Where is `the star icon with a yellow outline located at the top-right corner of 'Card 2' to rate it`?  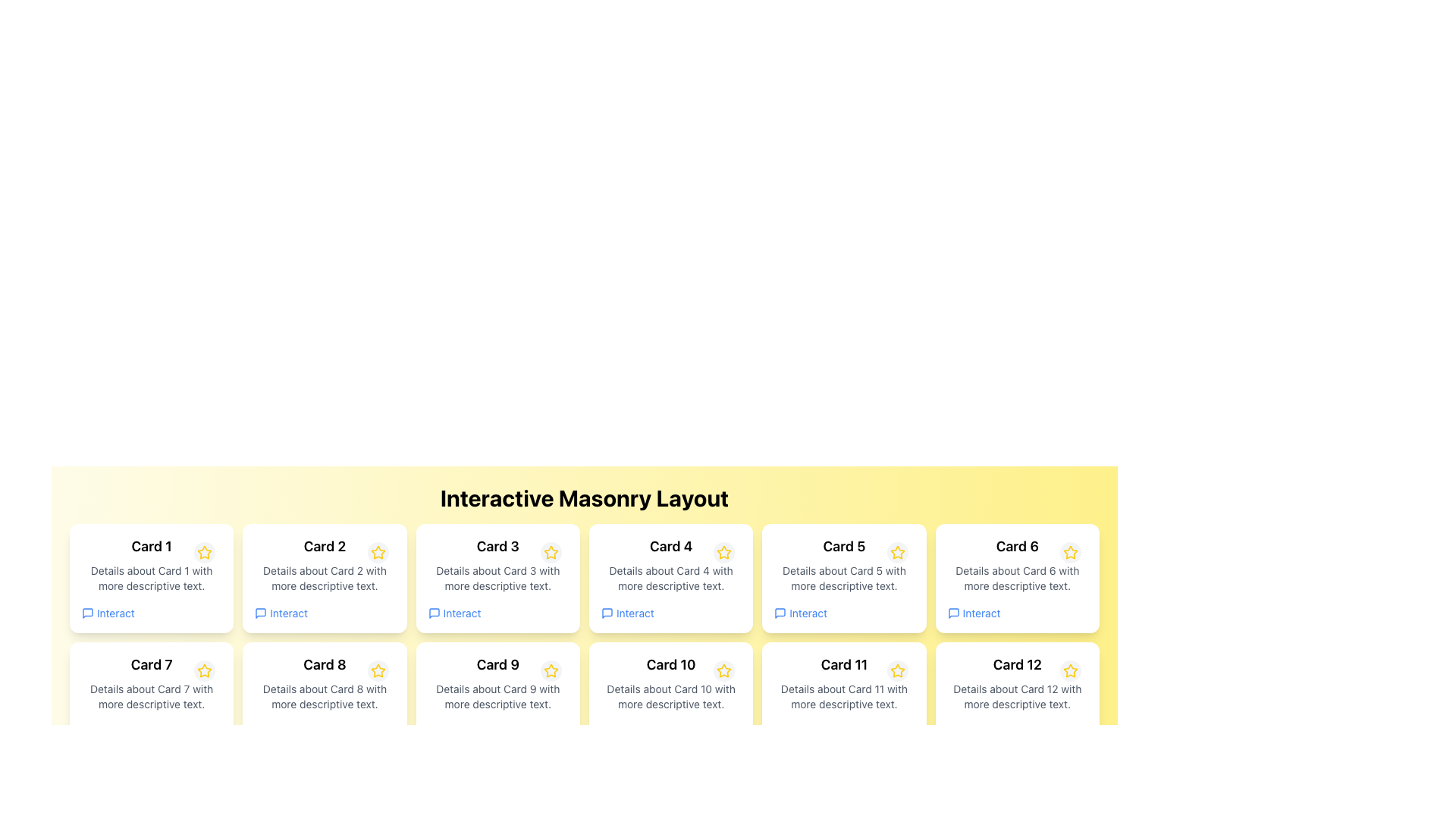
the star icon with a yellow outline located at the top-right corner of 'Card 2' to rate it is located at coordinates (378, 553).